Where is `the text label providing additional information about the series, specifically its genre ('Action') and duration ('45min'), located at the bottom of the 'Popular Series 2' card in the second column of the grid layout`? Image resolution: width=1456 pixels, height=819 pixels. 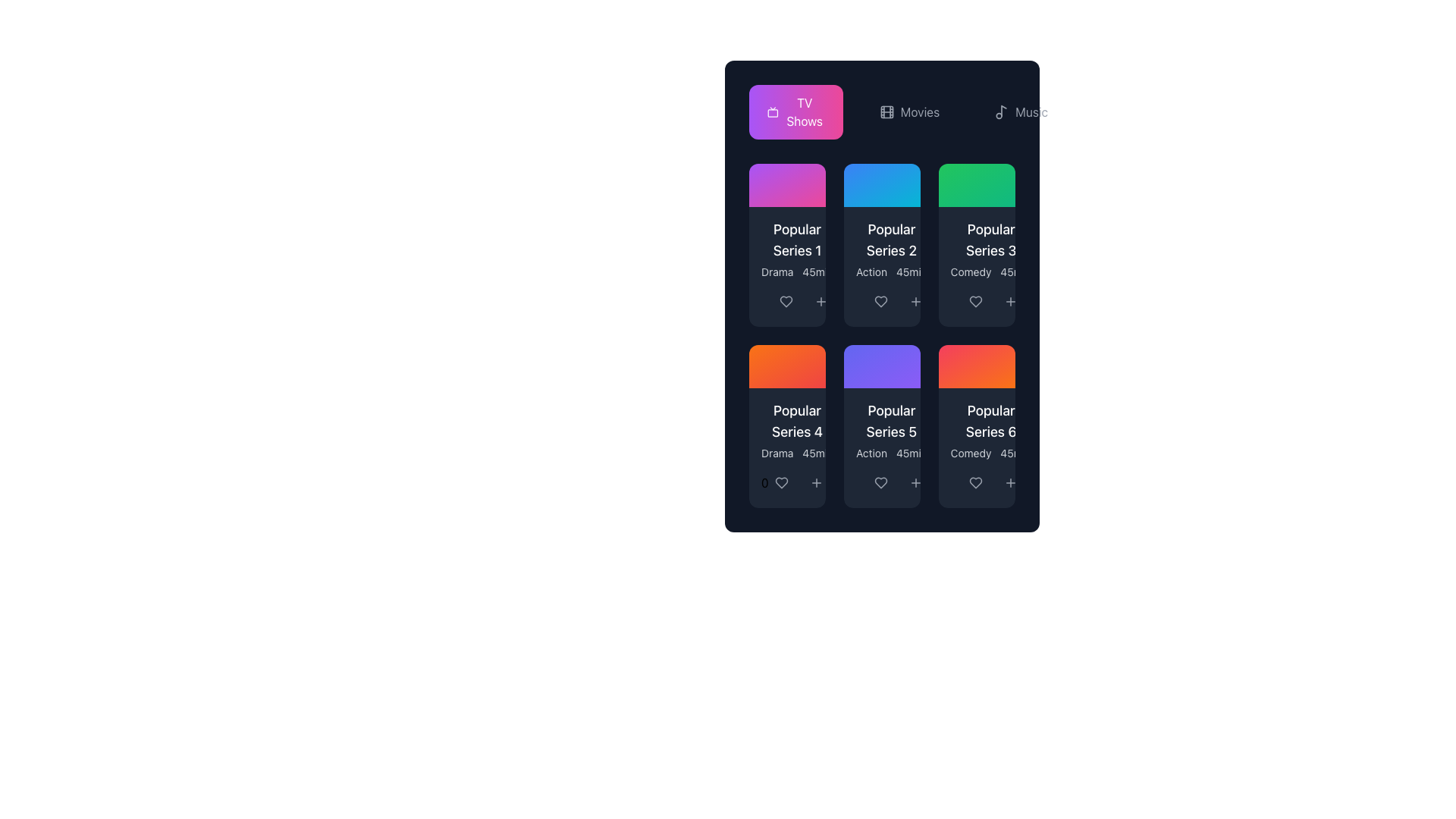
the text label providing additional information about the series, specifically its genre ('Action') and duration ('45min'), located at the bottom of the 'Popular Series 2' card in the second column of the grid layout is located at coordinates (892, 271).